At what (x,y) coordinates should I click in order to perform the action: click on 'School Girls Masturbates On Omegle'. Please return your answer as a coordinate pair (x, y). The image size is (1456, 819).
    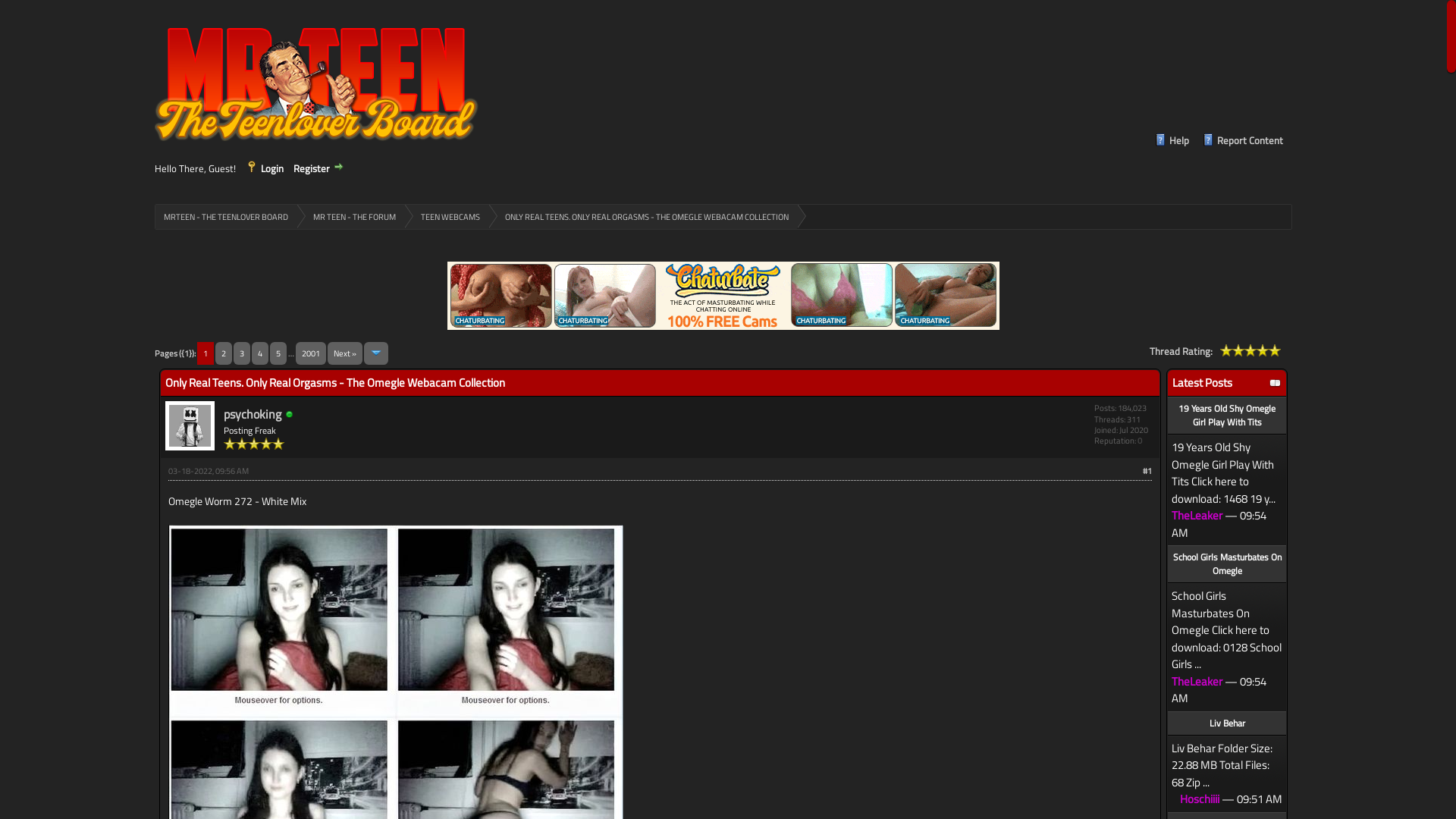
    Looking at the image, I should click on (1226, 563).